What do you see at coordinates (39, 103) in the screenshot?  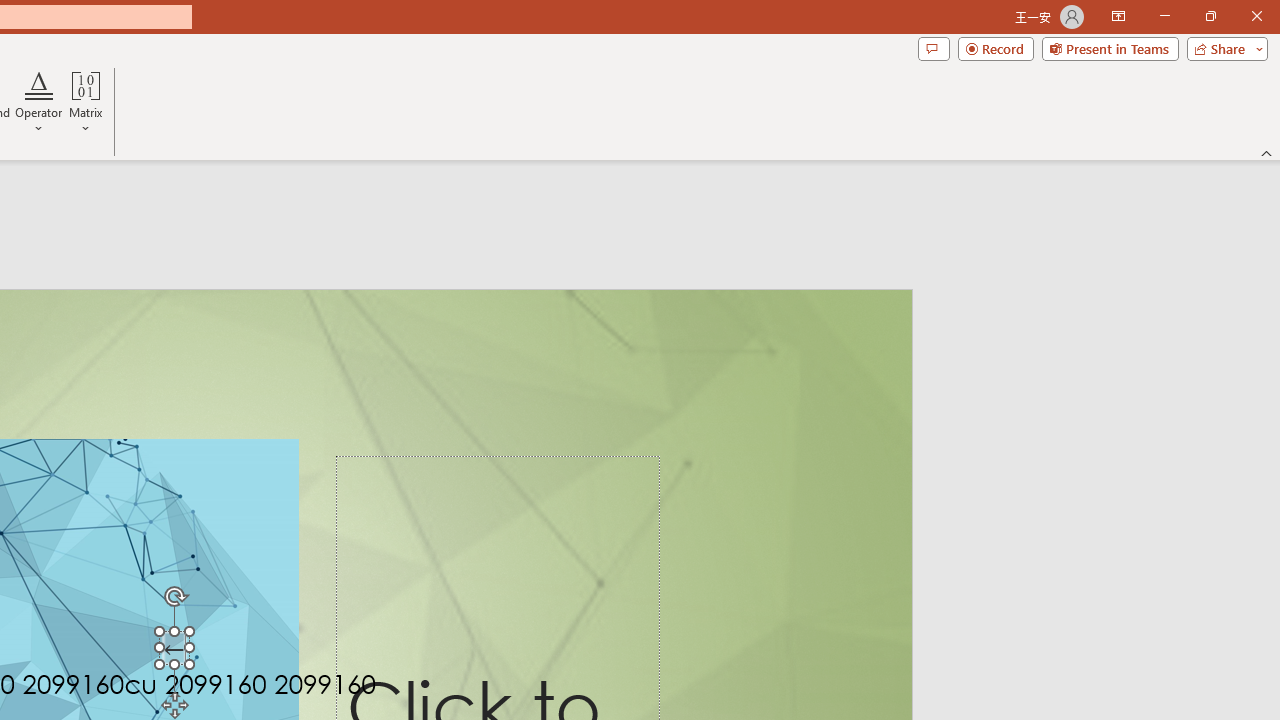 I see `'Operator'` at bounding box center [39, 103].